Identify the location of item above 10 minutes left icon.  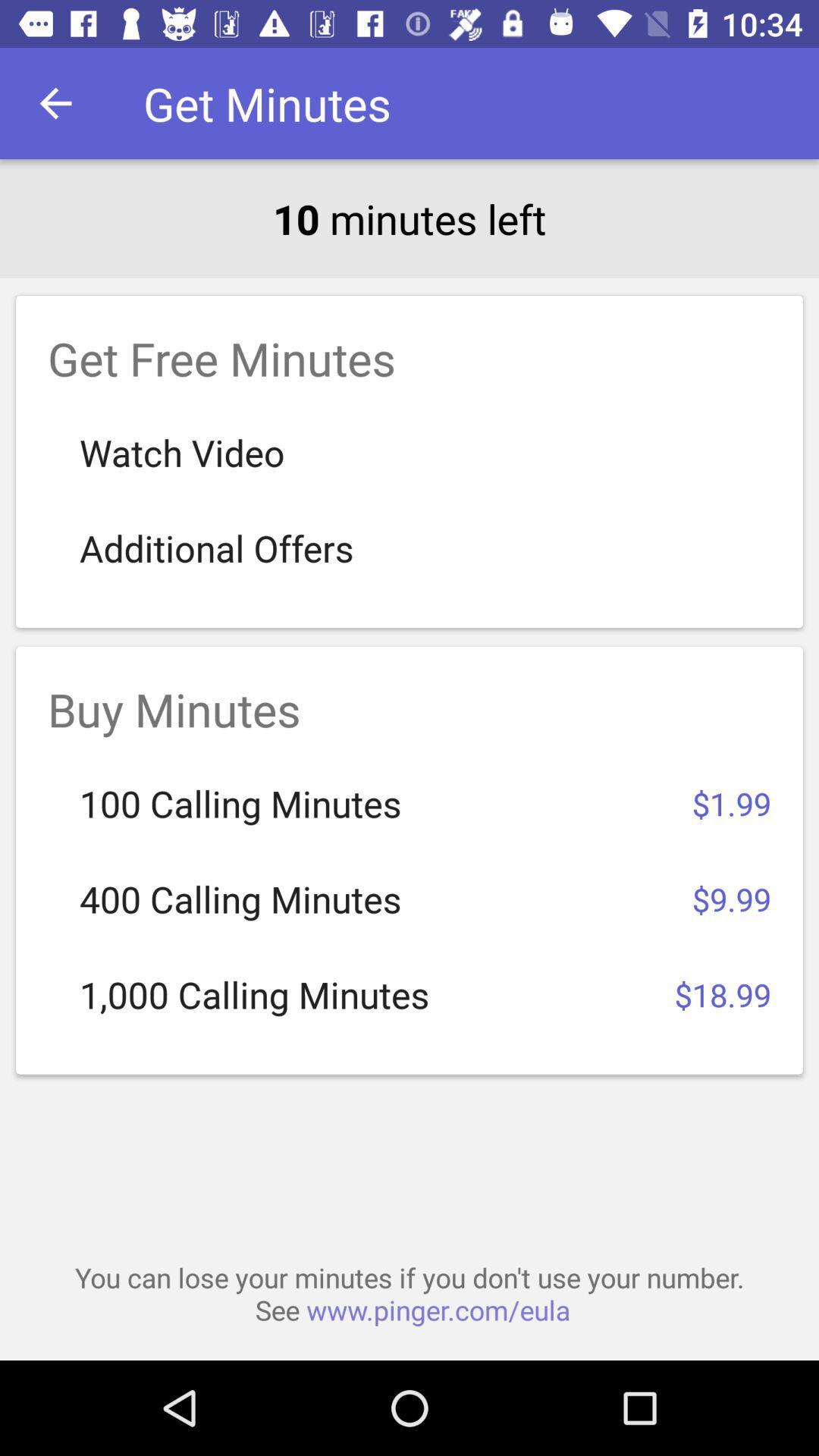
(55, 102).